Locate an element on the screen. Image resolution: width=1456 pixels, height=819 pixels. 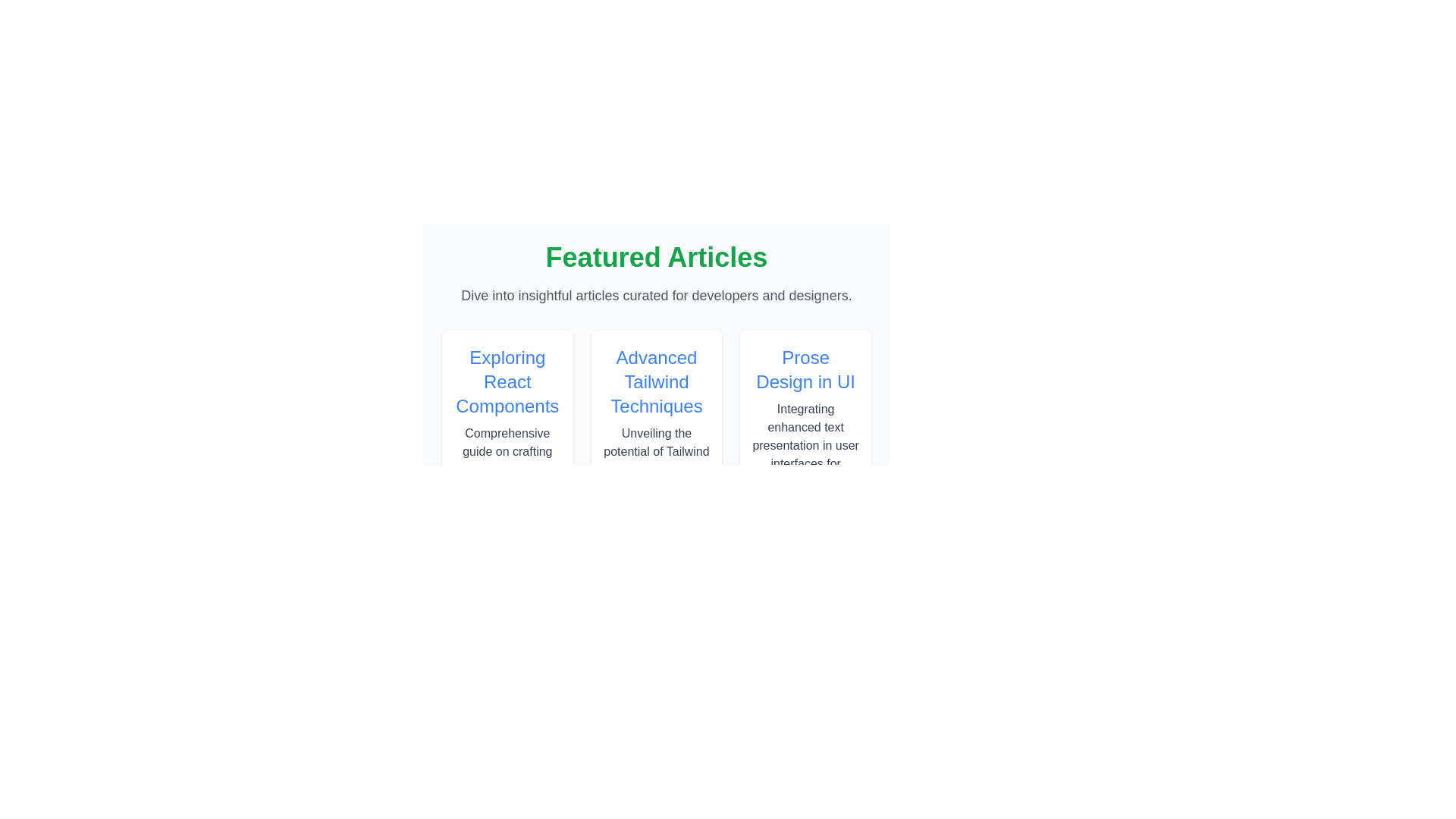
the first card in the horizontally arranged grid, which has a white background and a blue title text 'Exploring React Components' is located at coordinates (507, 457).